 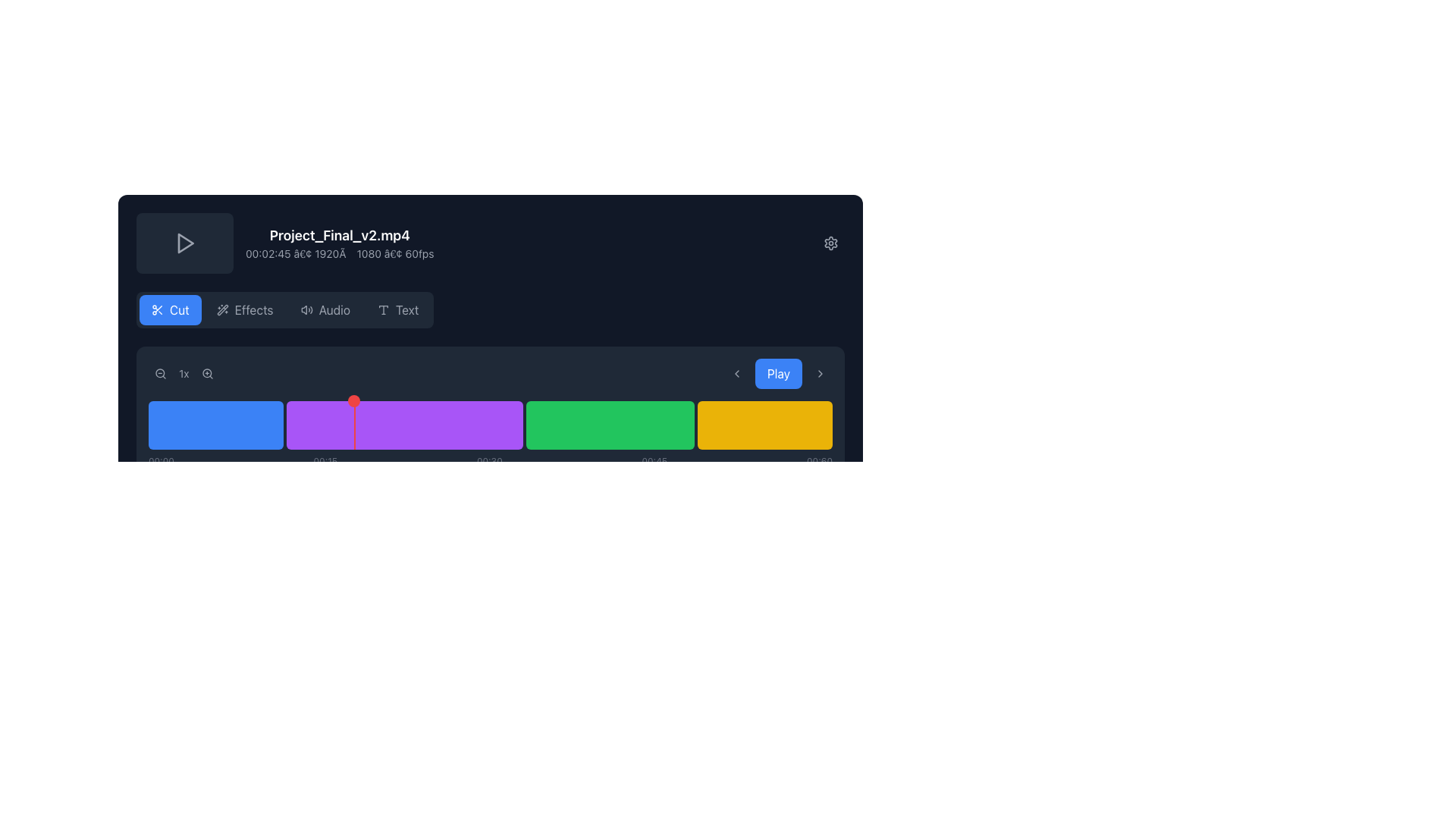 I want to click on the 'Cut' button with a scissors icon, which is styled in blue with white text and located, so click(x=179, y=309).